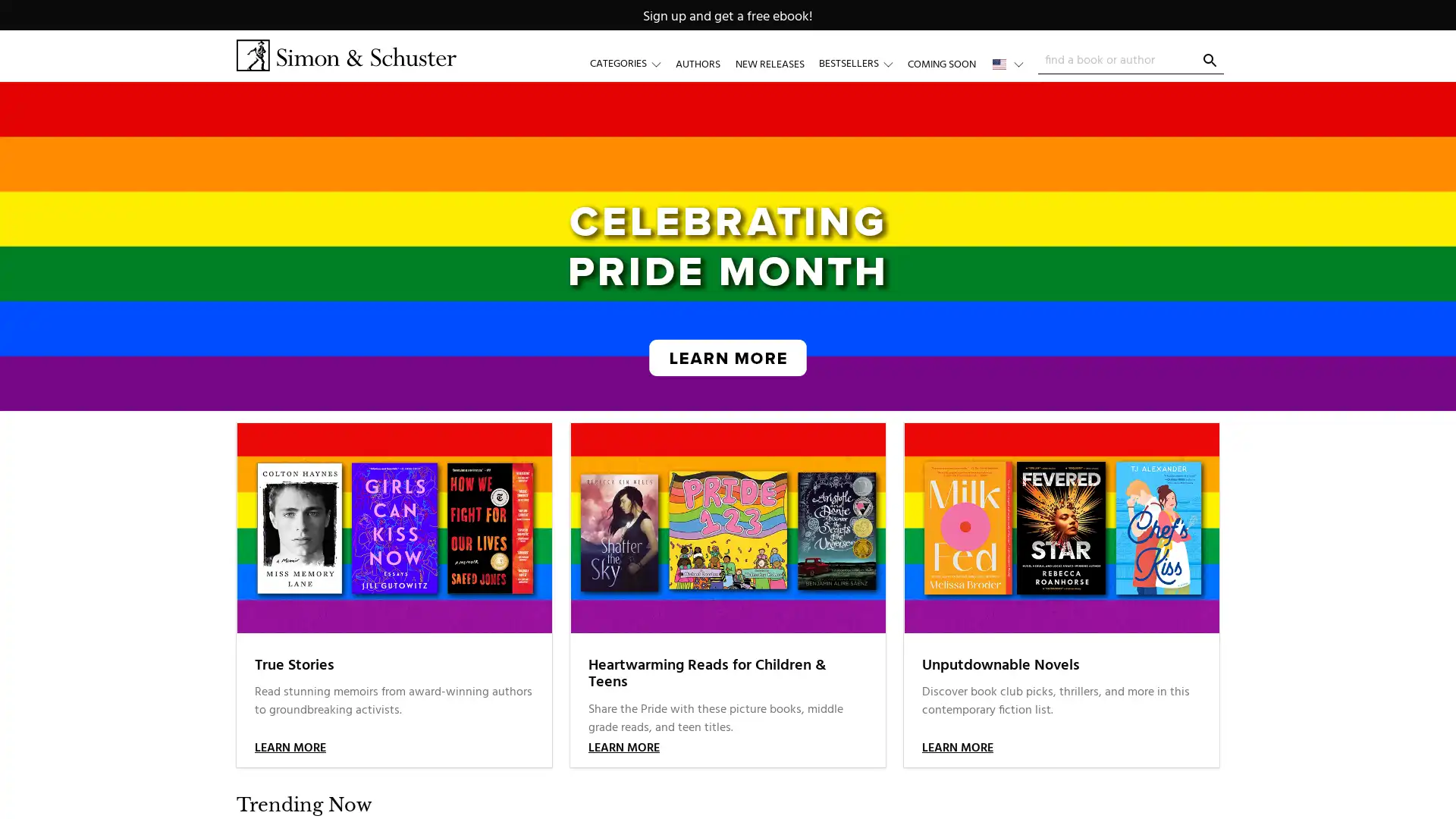  Describe the element at coordinates (345, 55) in the screenshot. I see `Simon & Schuster Logo` at that location.